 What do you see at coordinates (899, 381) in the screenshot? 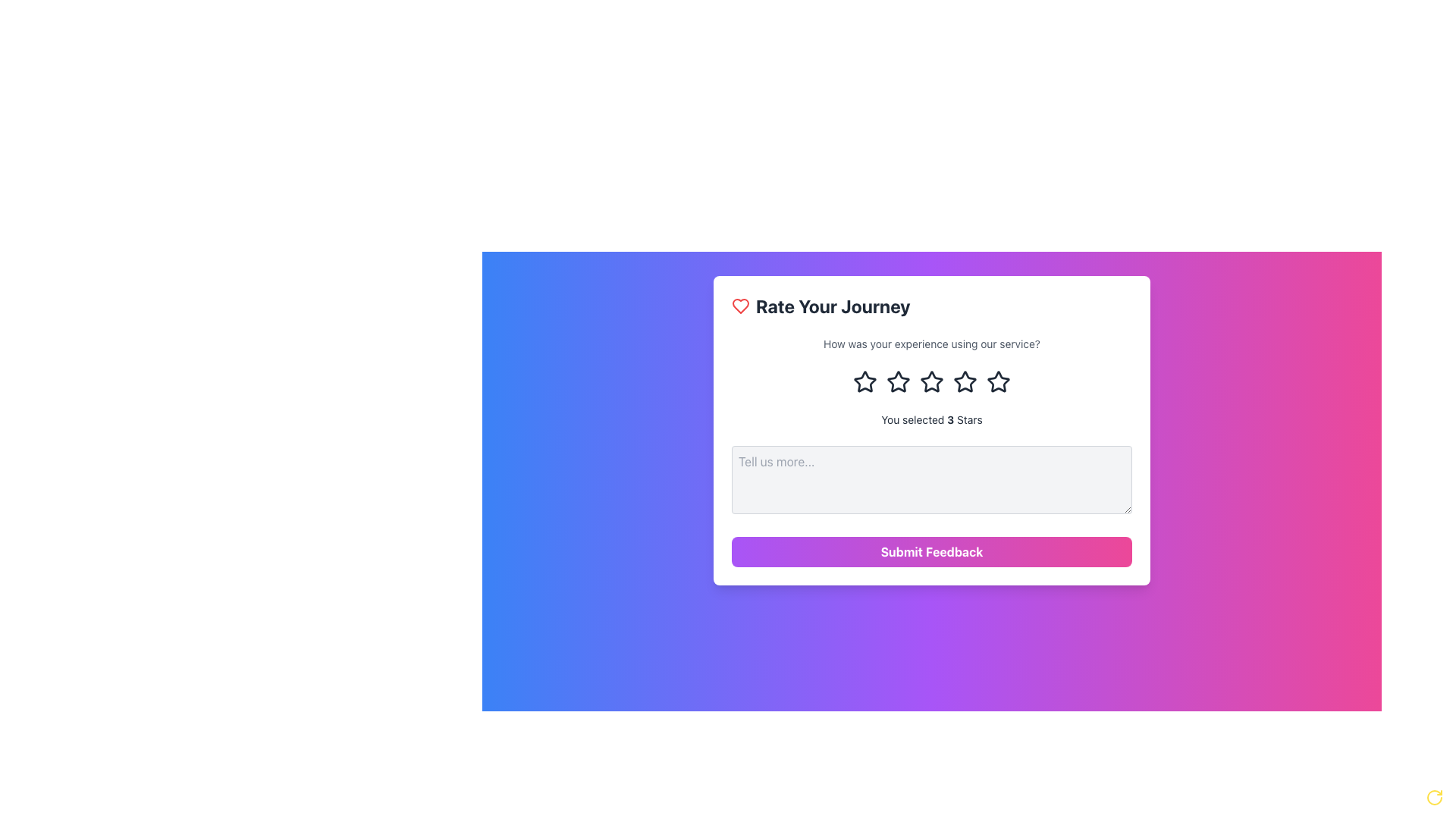
I see `the third star-shaped rating icon with a hollow center and black borders in the 'Rate Your Journey' section` at bounding box center [899, 381].